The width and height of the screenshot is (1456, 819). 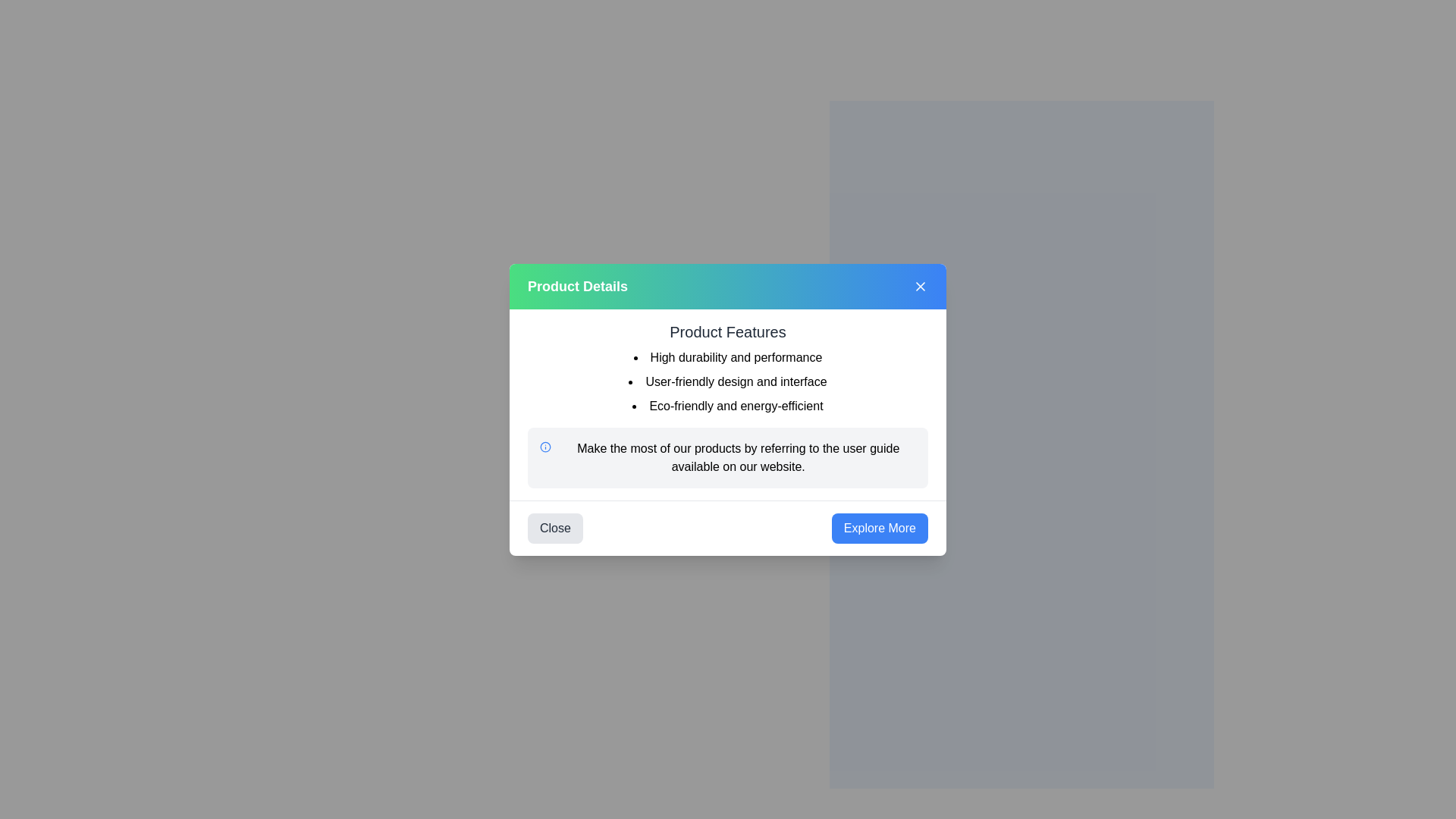 I want to click on the 'Close' button located at the bottom-left corner of the modal dialog, so click(x=554, y=527).